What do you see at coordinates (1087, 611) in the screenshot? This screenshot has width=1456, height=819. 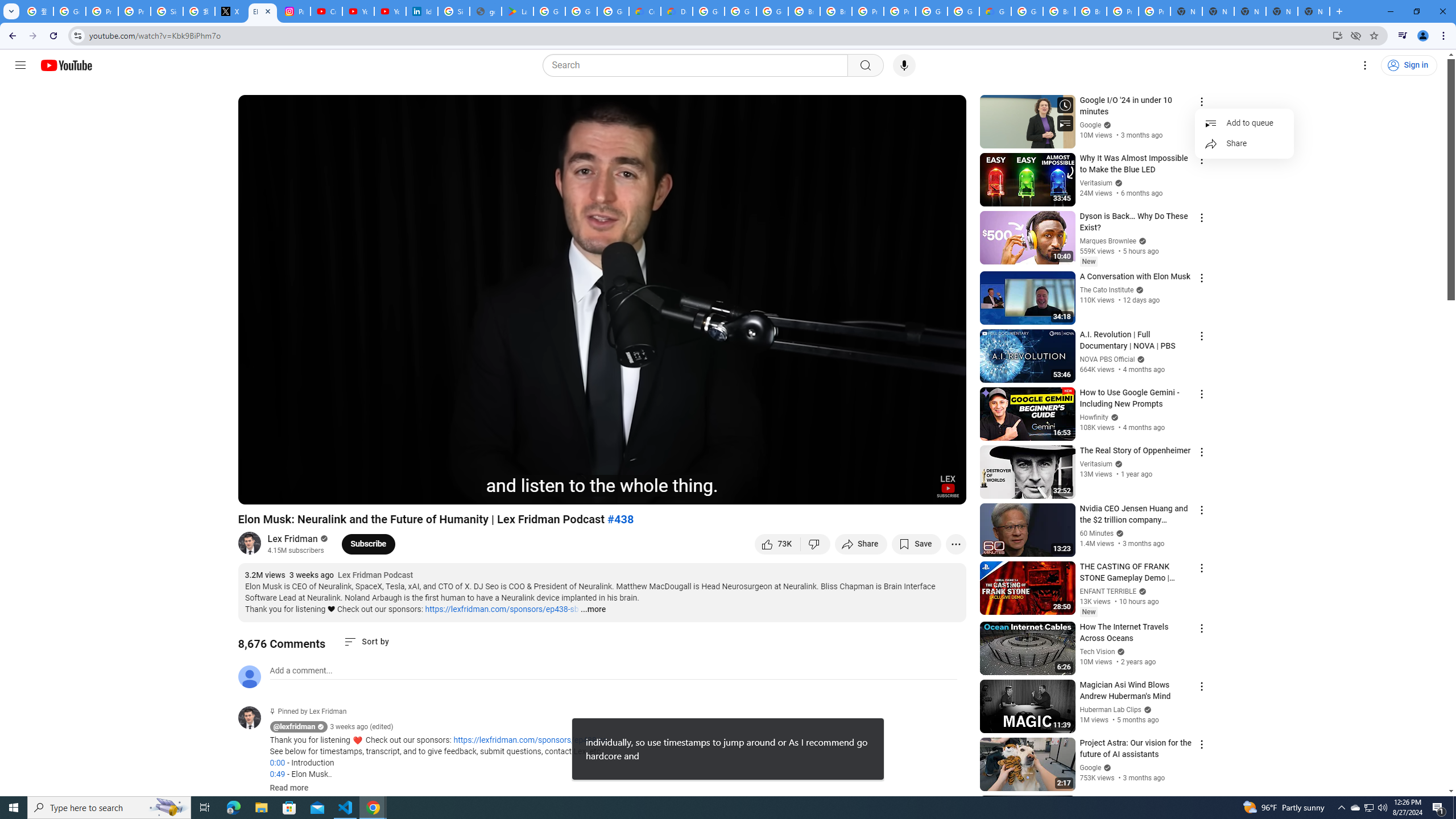 I see `'New'` at bounding box center [1087, 611].